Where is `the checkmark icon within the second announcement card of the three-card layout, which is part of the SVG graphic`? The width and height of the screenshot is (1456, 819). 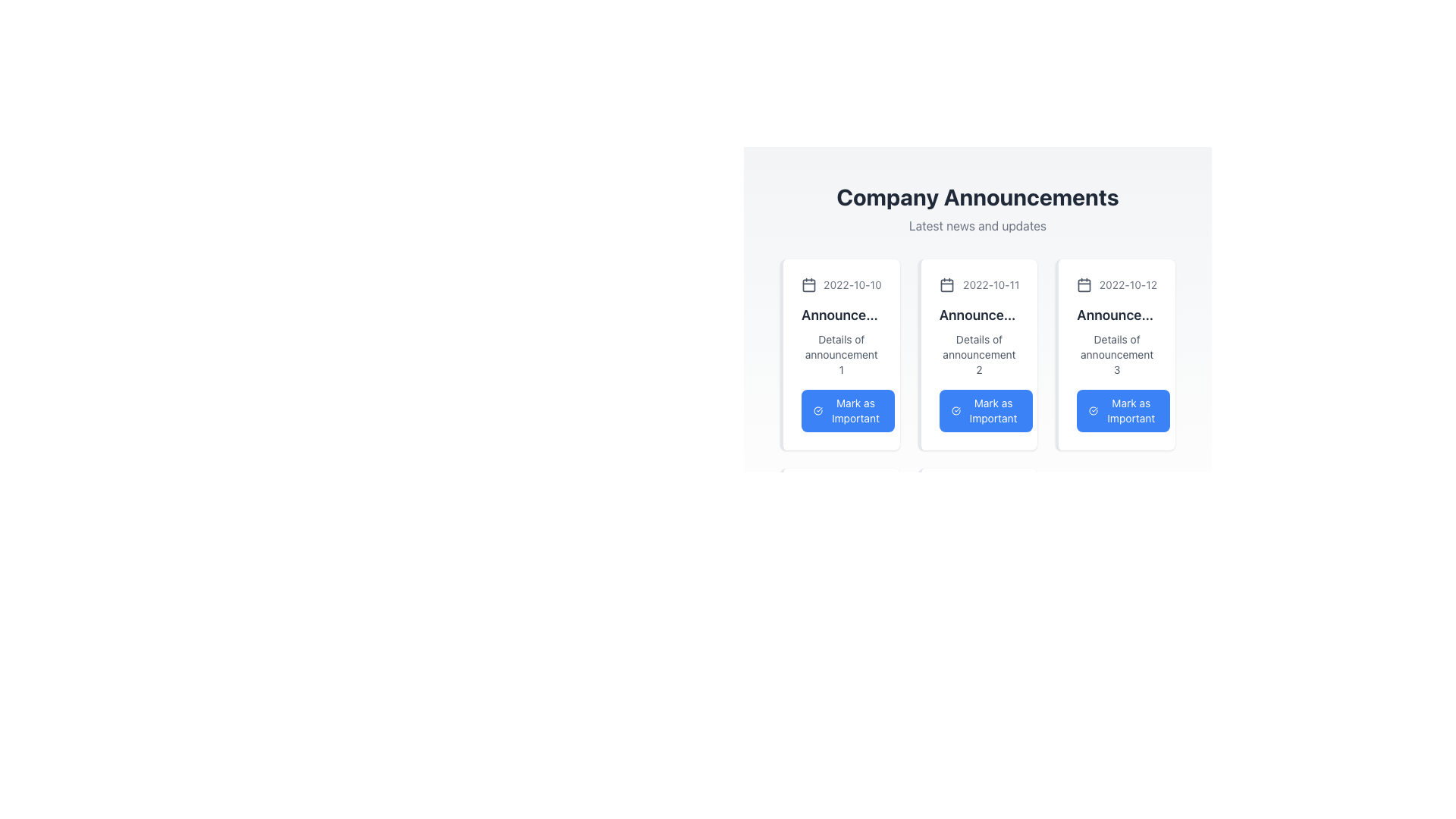
the checkmark icon within the second announcement card of the three-card layout, which is part of the SVG graphic is located at coordinates (955, 411).